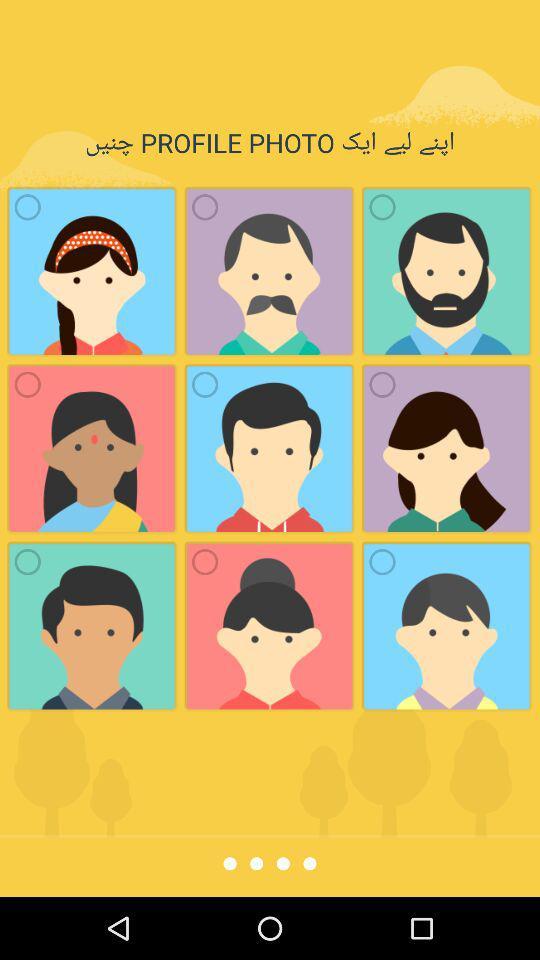 The height and width of the screenshot is (960, 540). What do you see at coordinates (27, 383) in the screenshot?
I see `the first icon in the second row` at bounding box center [27, 383].